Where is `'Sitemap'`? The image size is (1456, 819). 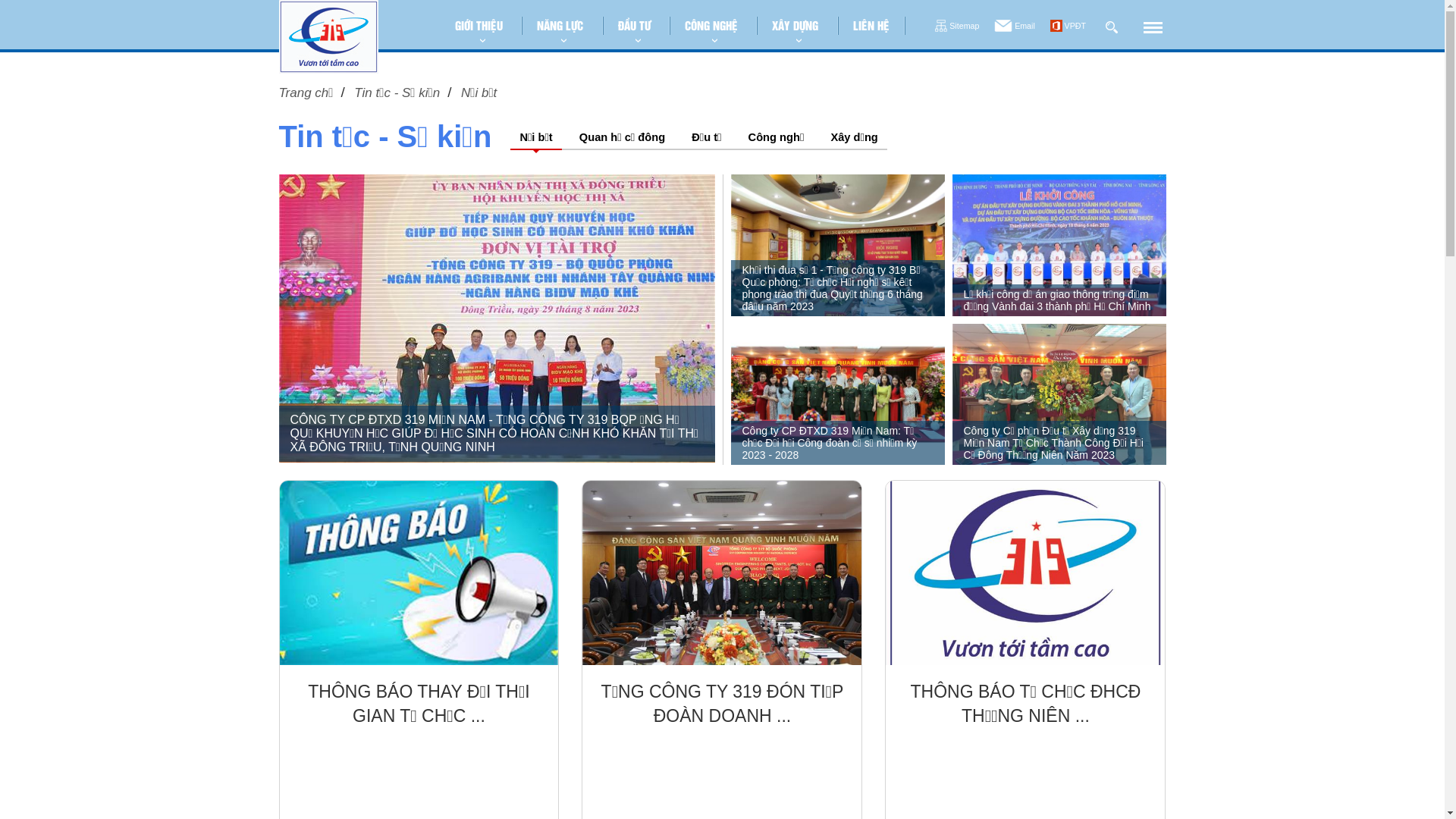 'Sitemap' is located at coordinates (956, 27).